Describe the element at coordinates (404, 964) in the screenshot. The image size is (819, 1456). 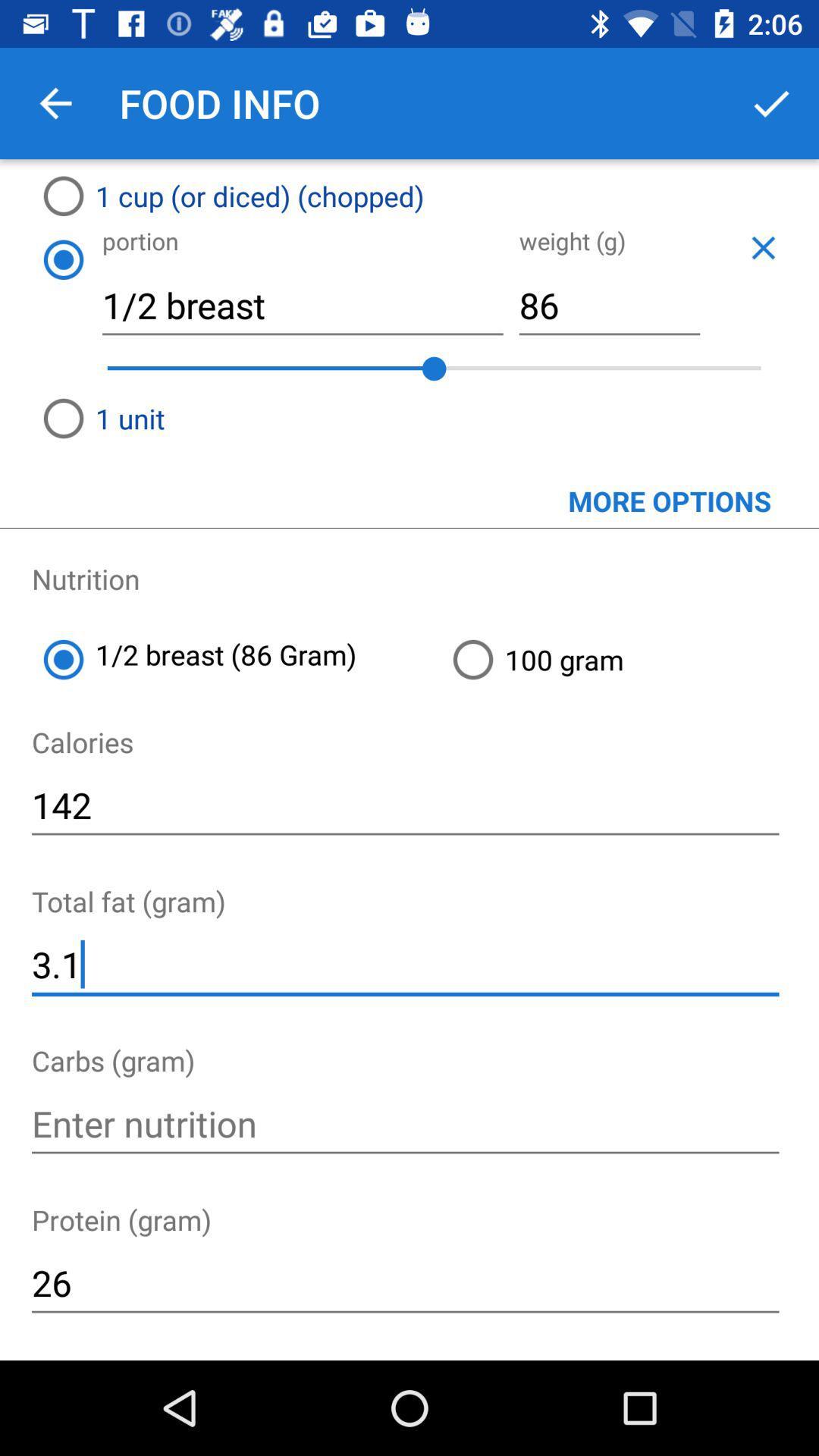
I see `icon below the total fat (gram) item` at that location.